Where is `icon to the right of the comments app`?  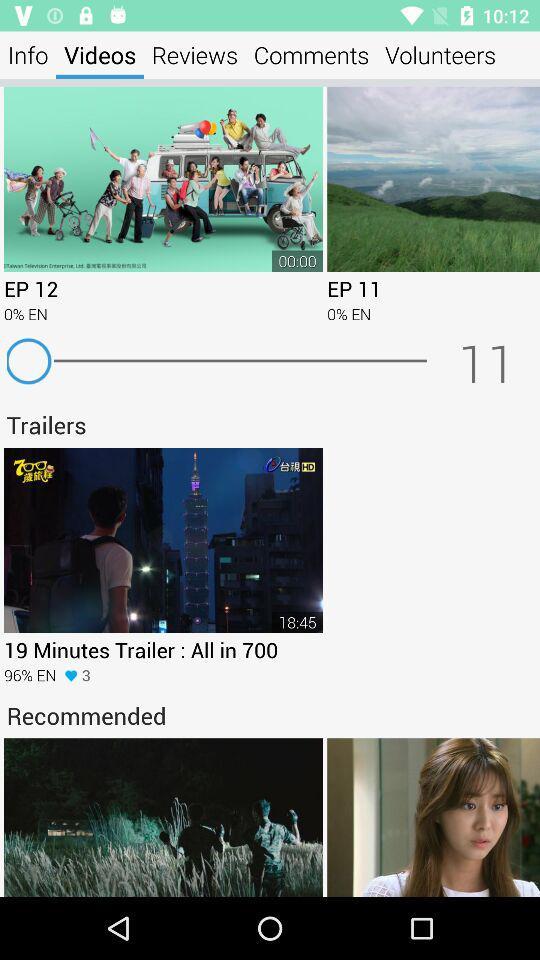 icon to the right of the comments app is located at coordinates (440, 54).